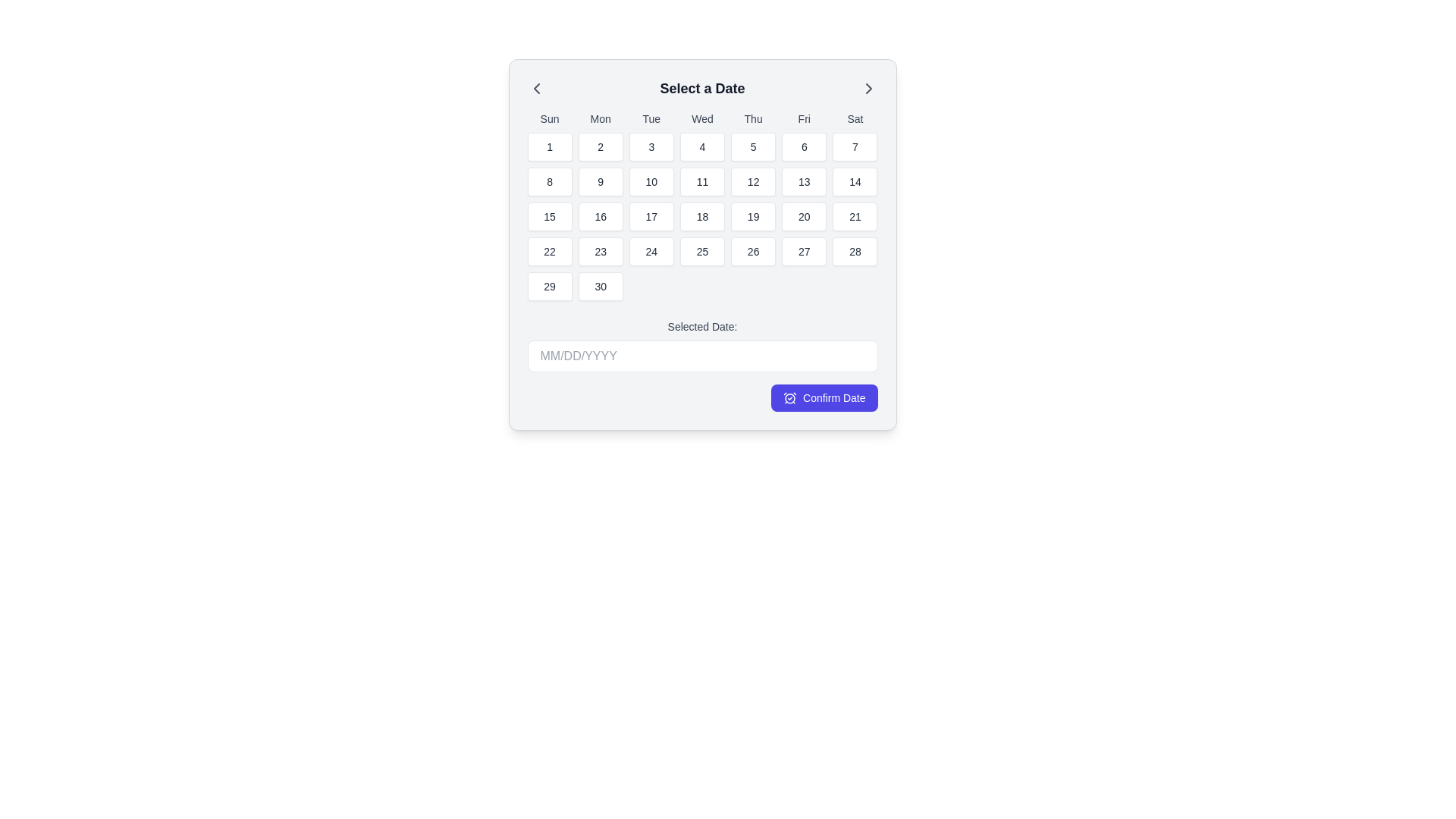  Describe the element at coordinates (548, 118) in the screenshot. I see `the text label displaying 'Sun' in the top-left corner of the calendar grid header` at that location.